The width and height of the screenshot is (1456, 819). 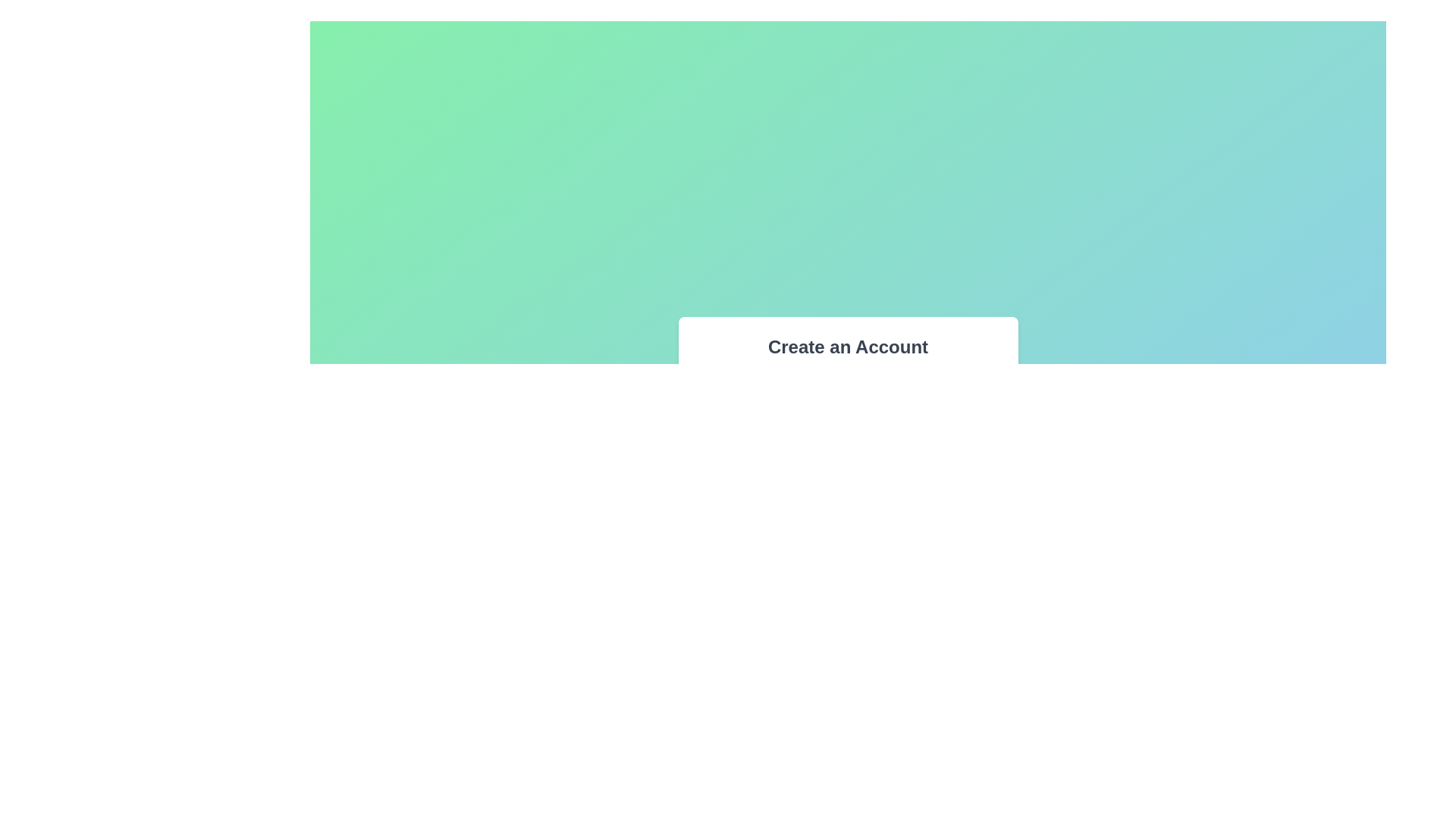 I want to click on the prominently styled text label reading 'Create an Account', which is displayed in bold and larger font at the top of the form interface, so click(x=847, y=347).